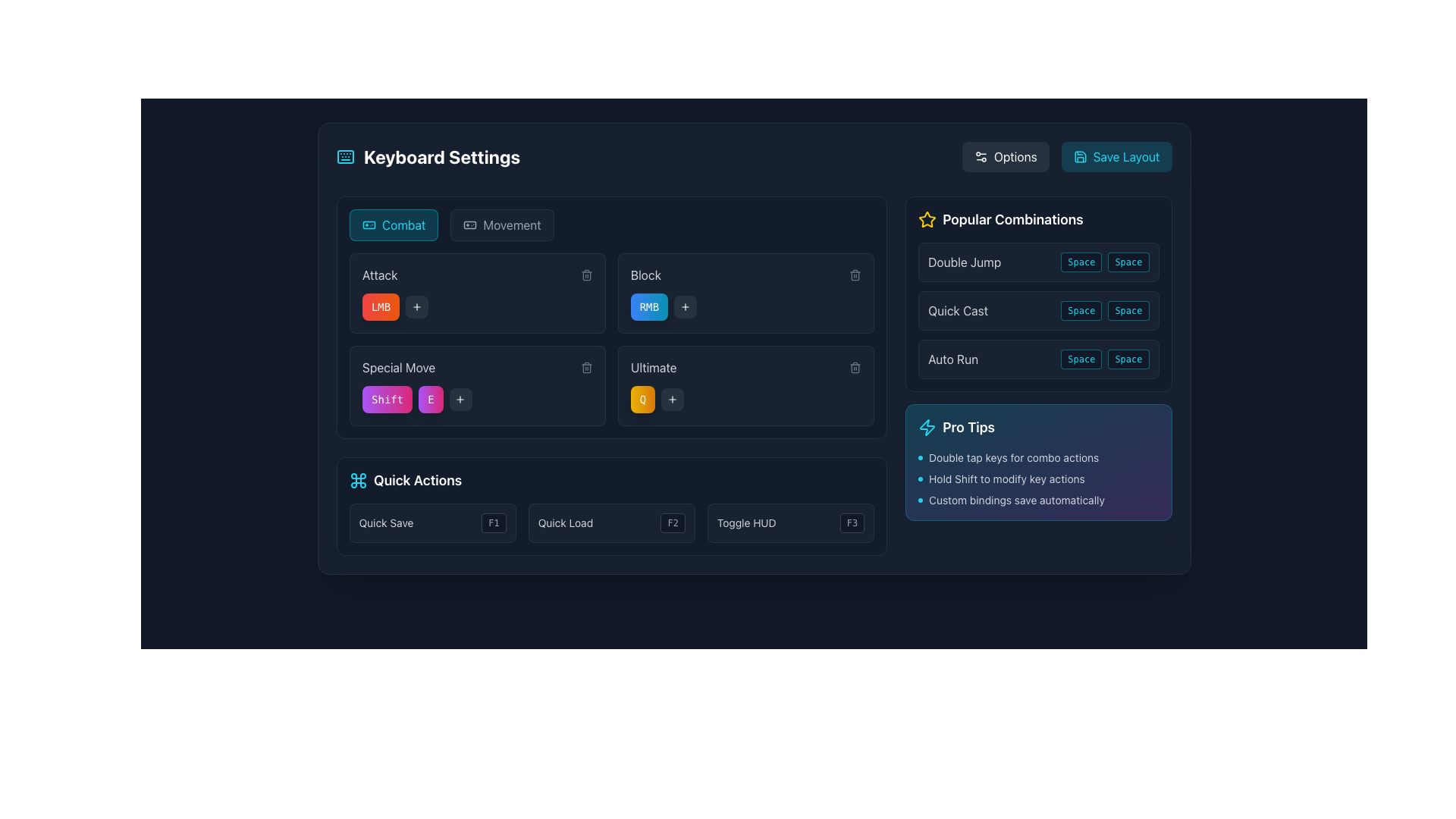 Image resolution: width=1456 pixels, height=819 pixels. I want to click on the label indicating the 'F3' hotkey binding for the 'Toggle HUD' action, located to the right of the 'Toggle HUD' label in the 'Quick Actions' section, so click(852, 522).